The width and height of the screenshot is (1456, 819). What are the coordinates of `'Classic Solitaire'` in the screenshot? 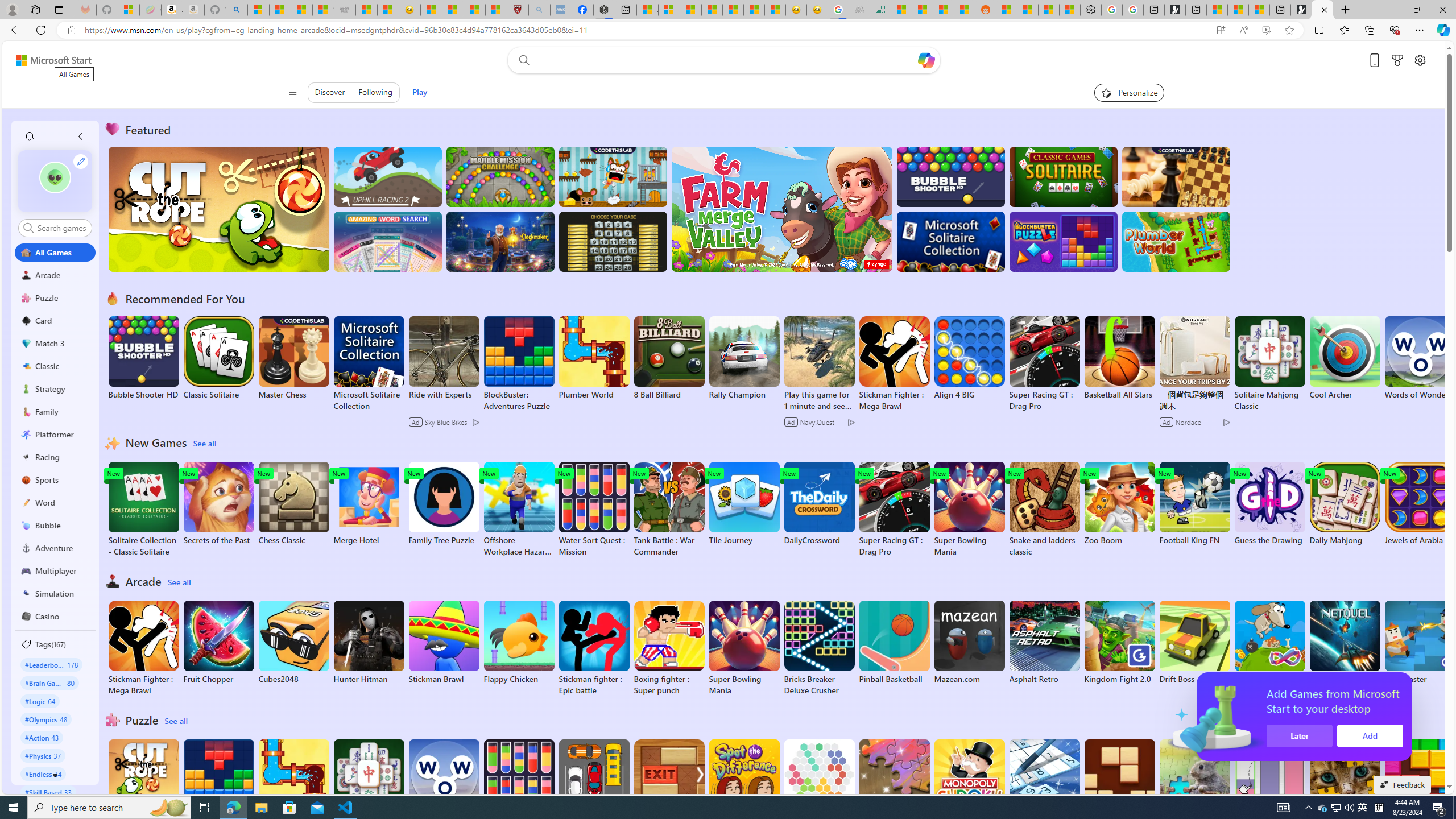 It's located at (218, 358).